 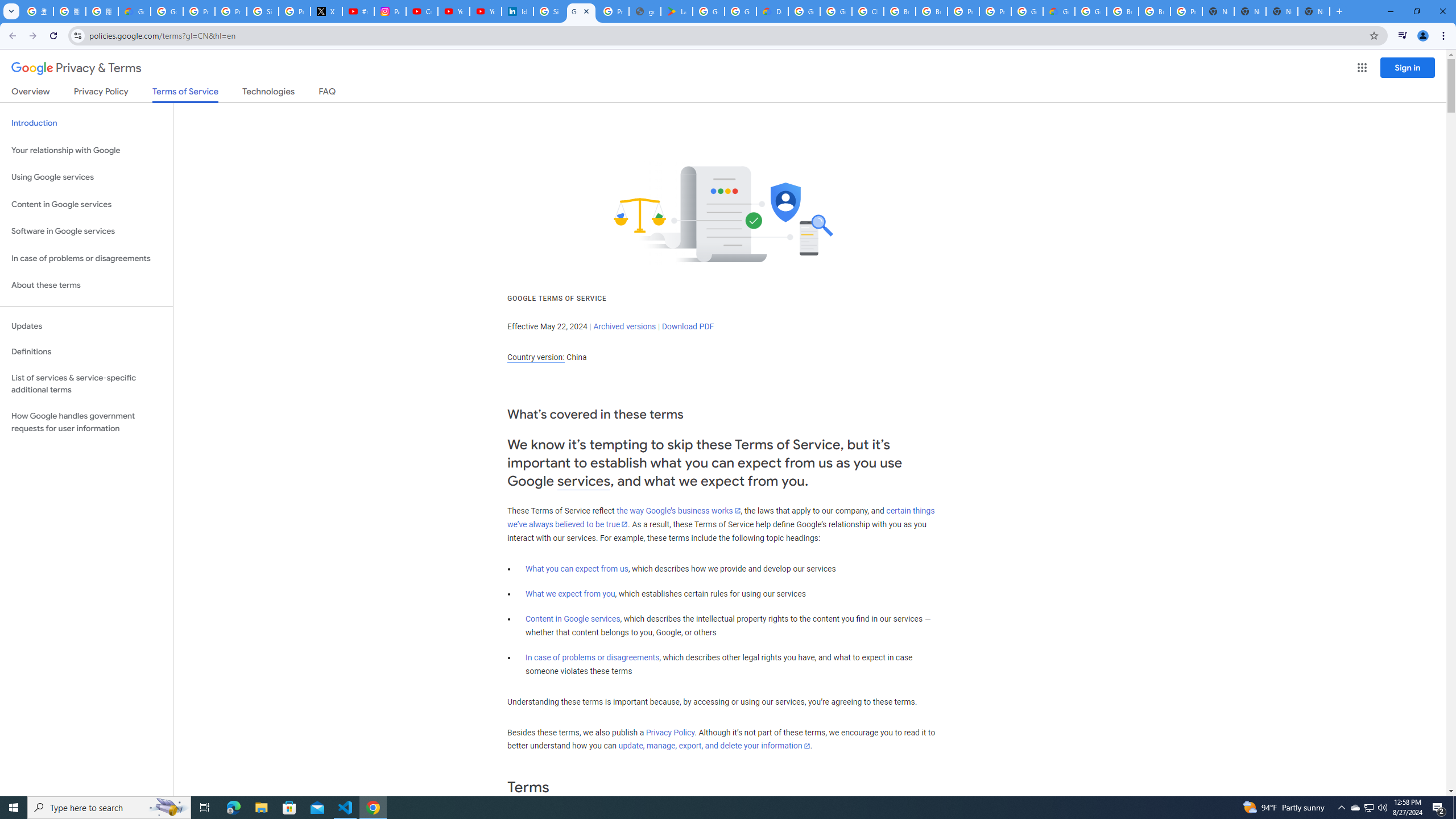 I want to click on 'What you can expect from us', so click(x=577, y=568).